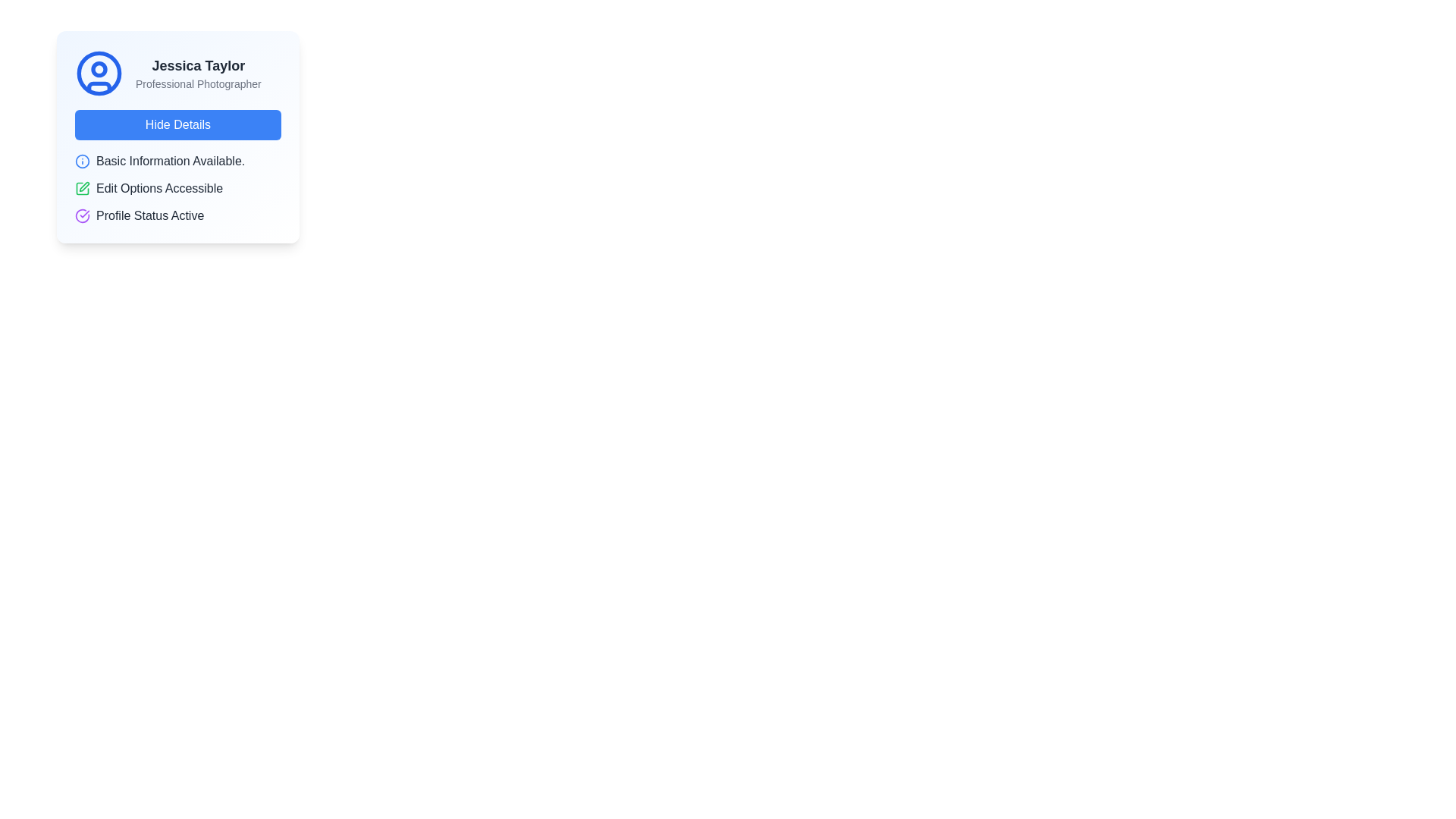 The image size is (1456, 819). Describe the element at coordinates (197, 65) in the screenshot. I see `the text label displaying 'Jessica Taylor', which is styled in bold and large dark gray font and positioned at the top of the card, to the right of a user profile icon` at that location.